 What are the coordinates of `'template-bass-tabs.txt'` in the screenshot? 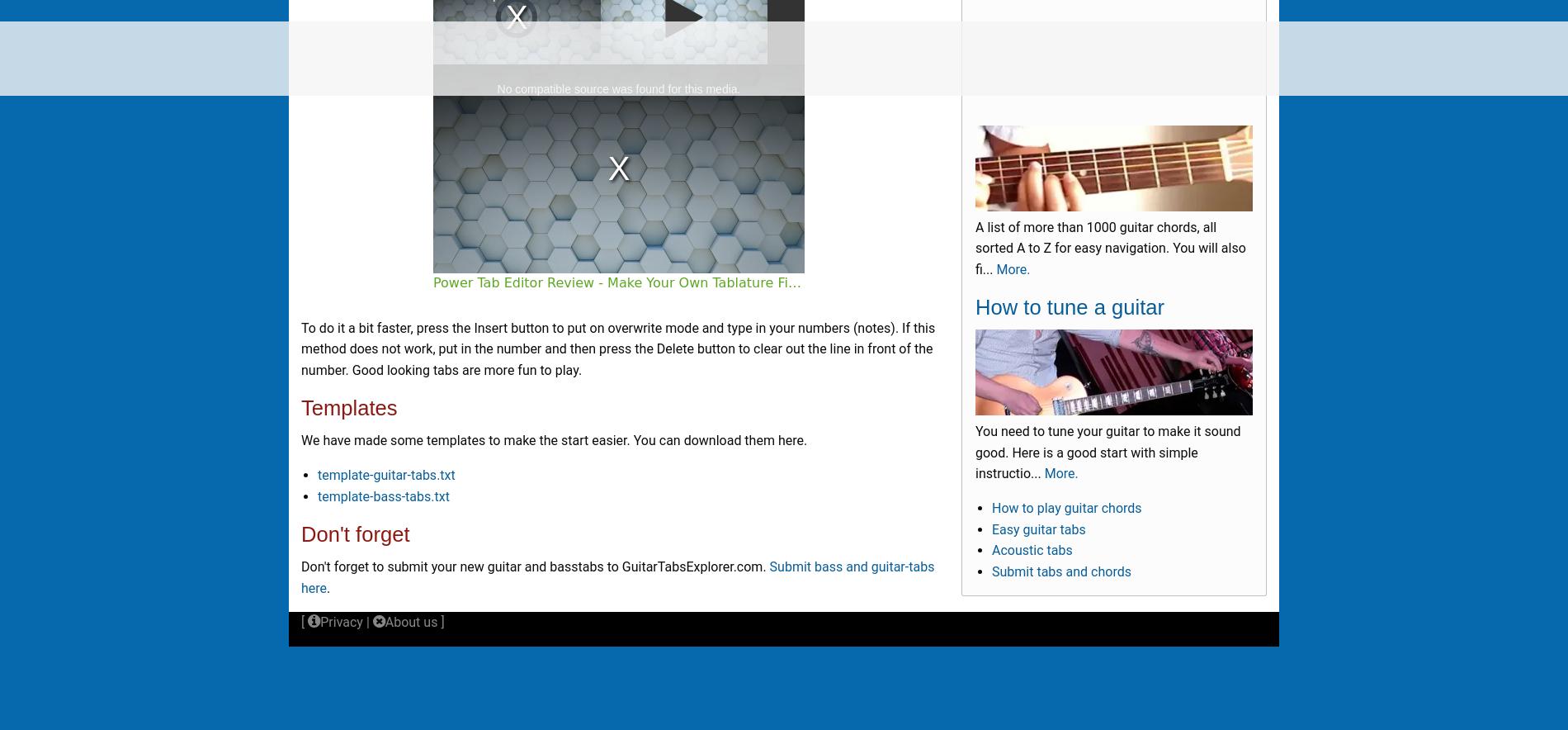 It's located at (382, 495).